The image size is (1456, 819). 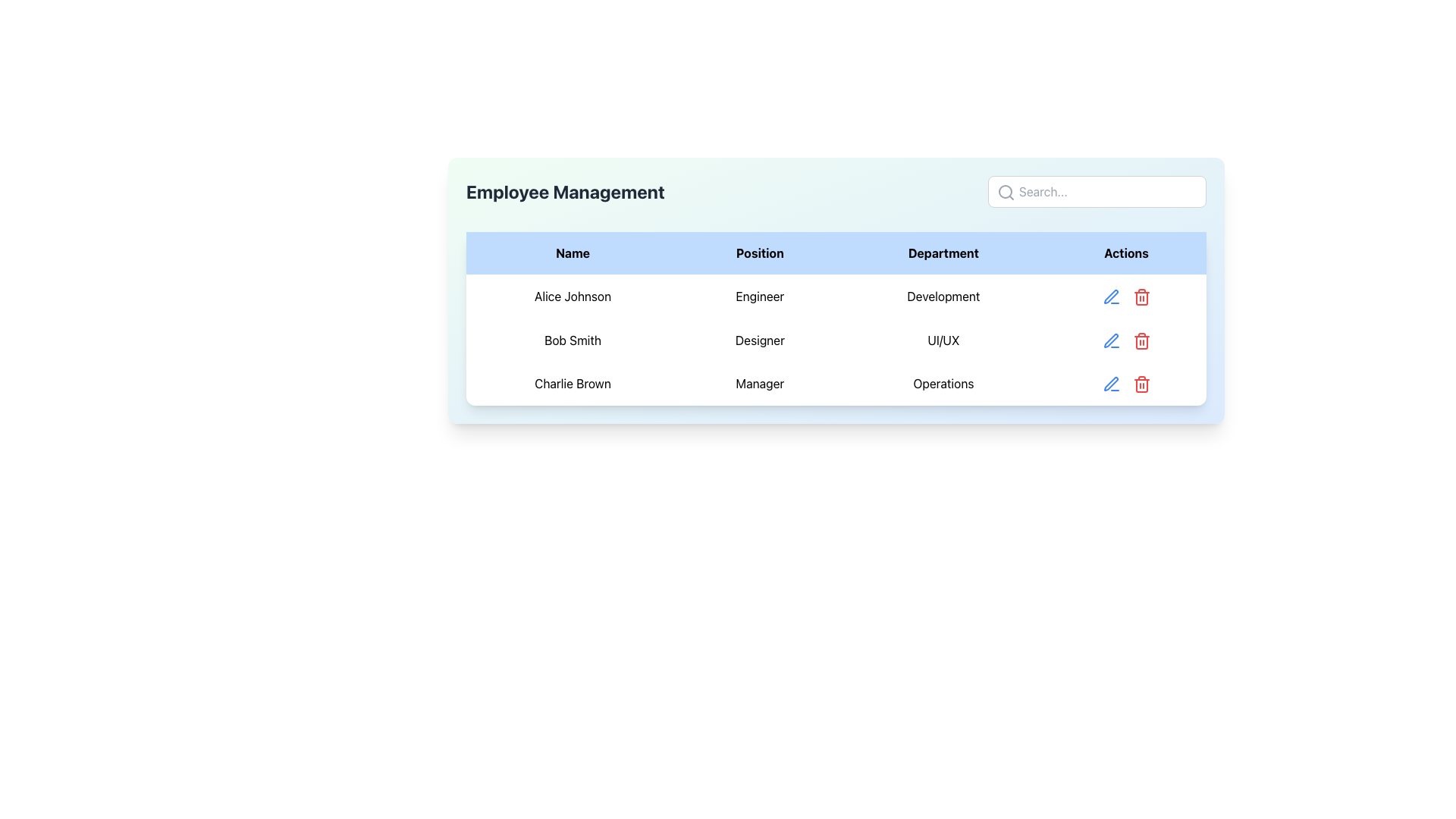 What do you see at coordinates (760, 296) in the screenshot?
I see `the Text Label displaying the job designation of 'Alice Johnson' in the second column of the first row of the table` at bounding box center [760, 296].